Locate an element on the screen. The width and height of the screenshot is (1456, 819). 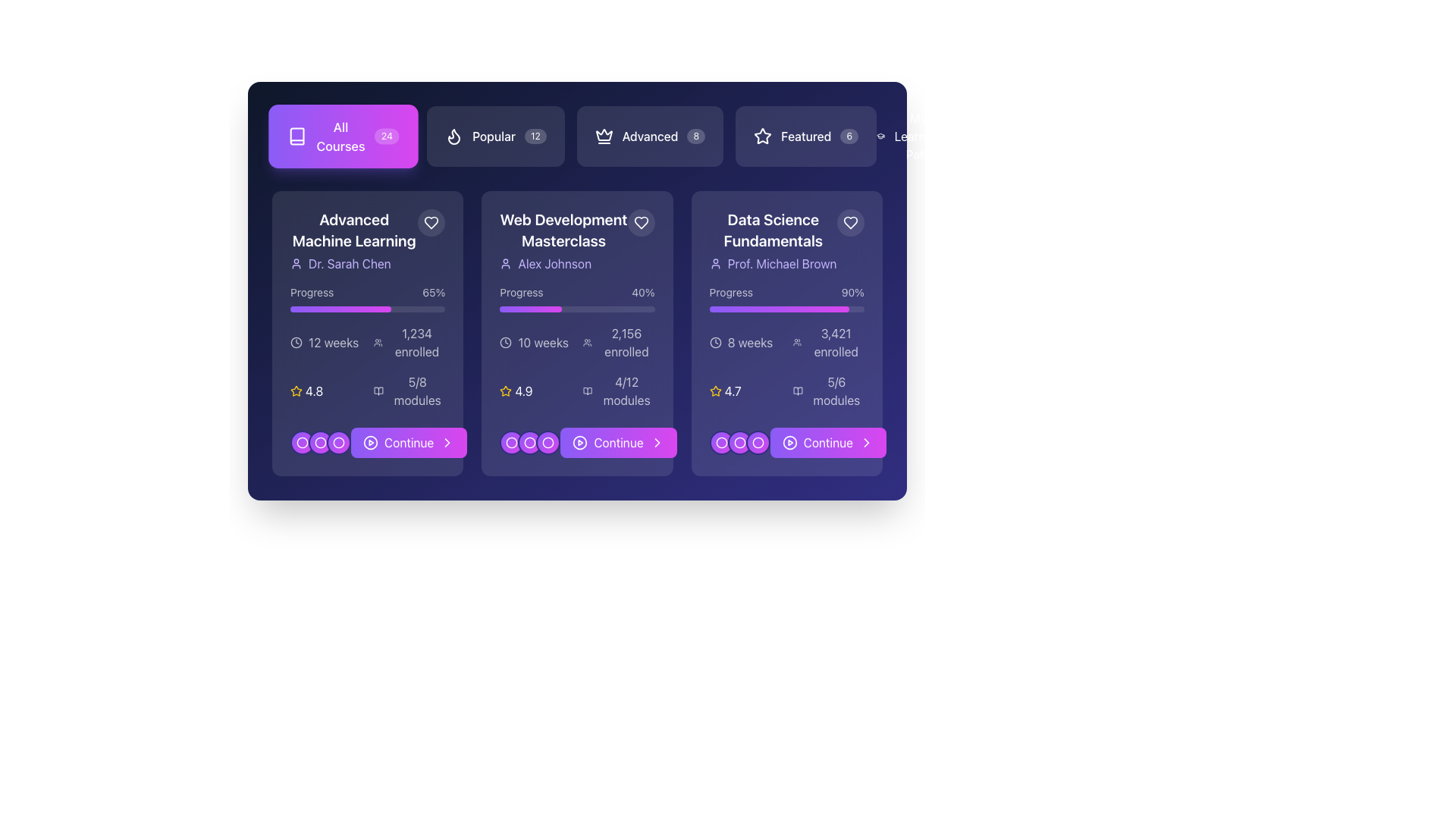
the 'Advanced' button with a dark blue background, white crown icon, and a badge showing '8' is located at coordinates (576, 136).